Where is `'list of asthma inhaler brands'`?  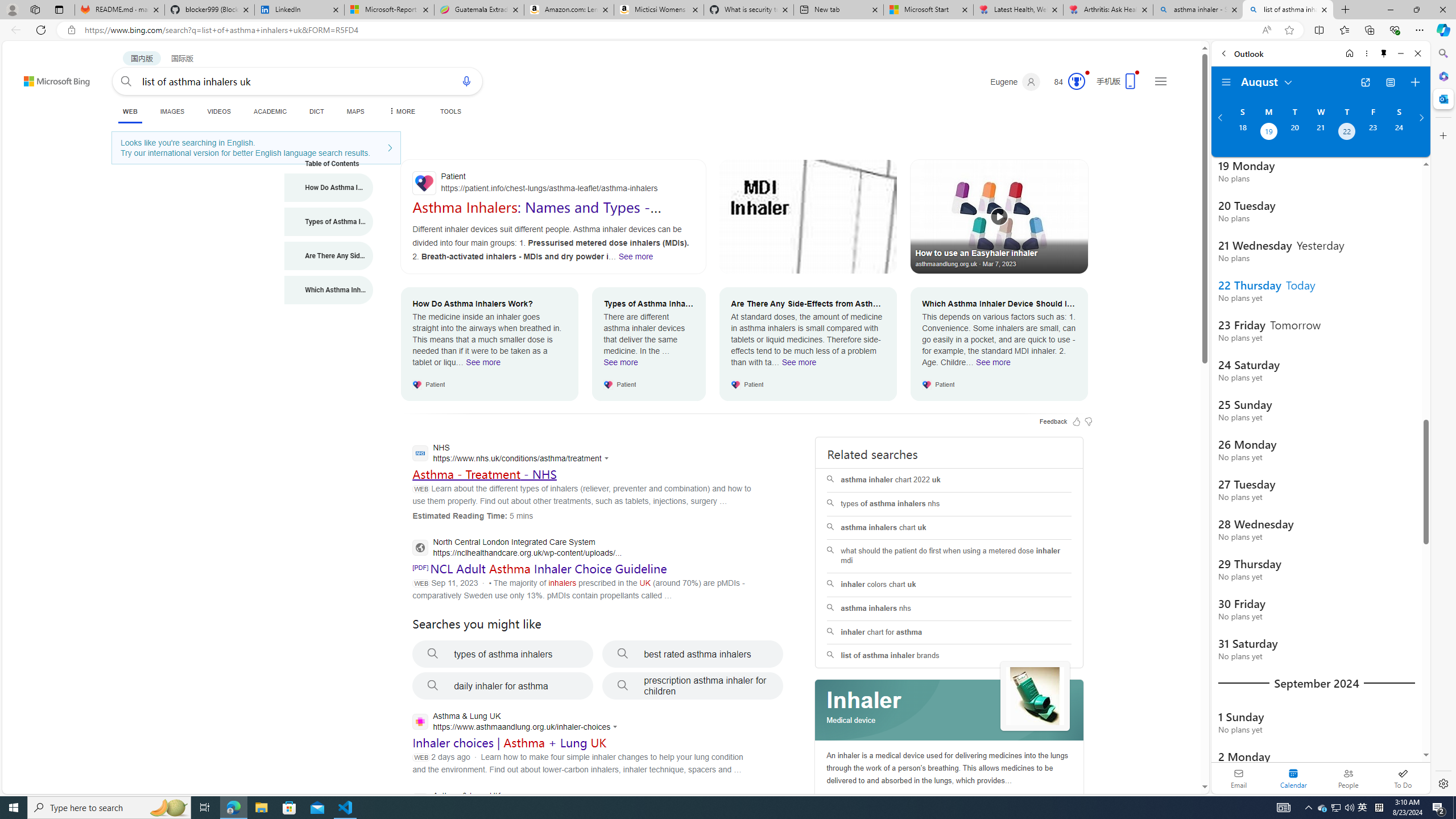 'list of asthma inhaler brands' is located at coordinates (949, 656).